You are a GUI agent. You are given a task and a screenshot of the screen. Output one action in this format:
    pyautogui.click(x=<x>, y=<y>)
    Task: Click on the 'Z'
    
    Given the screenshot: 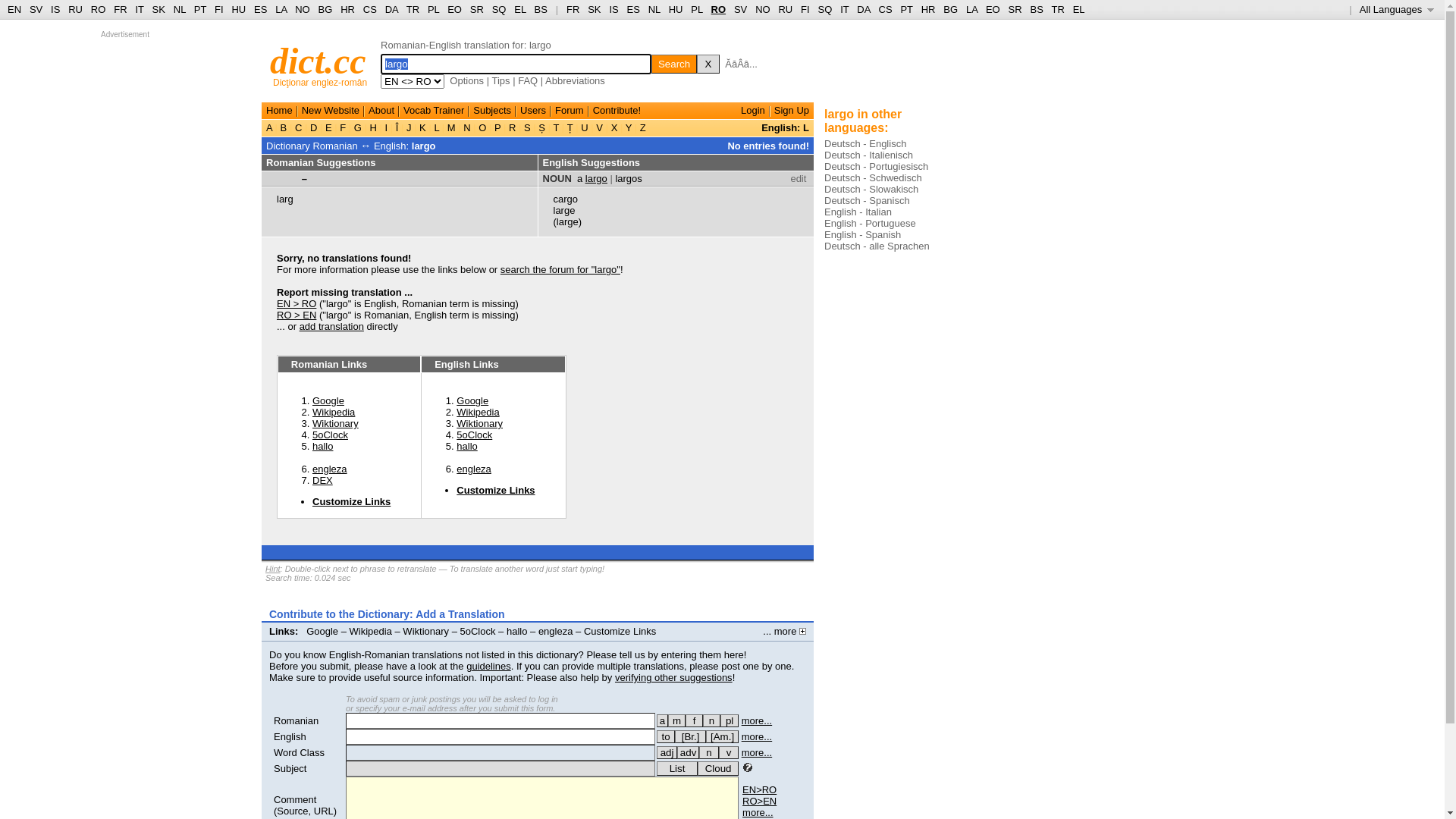 What is the action you would take?
    pyautogui.click(x=637, y=127)
    